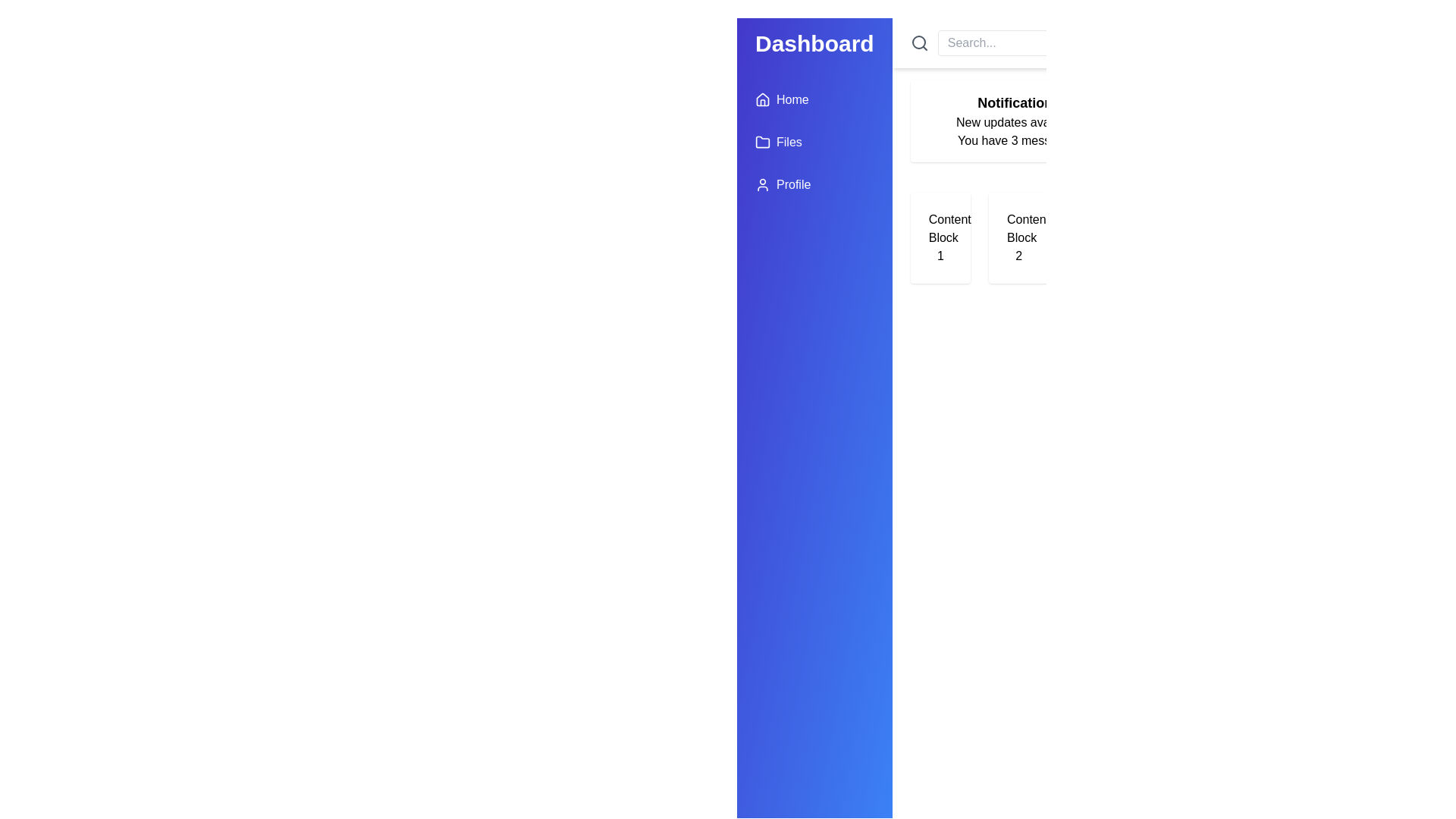 This screenshot has width=1456, height=819. Describe the element at coordinates (778, 143) in the screenshot. I see `the 'Files' button with a folder icon in the left vertical navigation panel` at that location.